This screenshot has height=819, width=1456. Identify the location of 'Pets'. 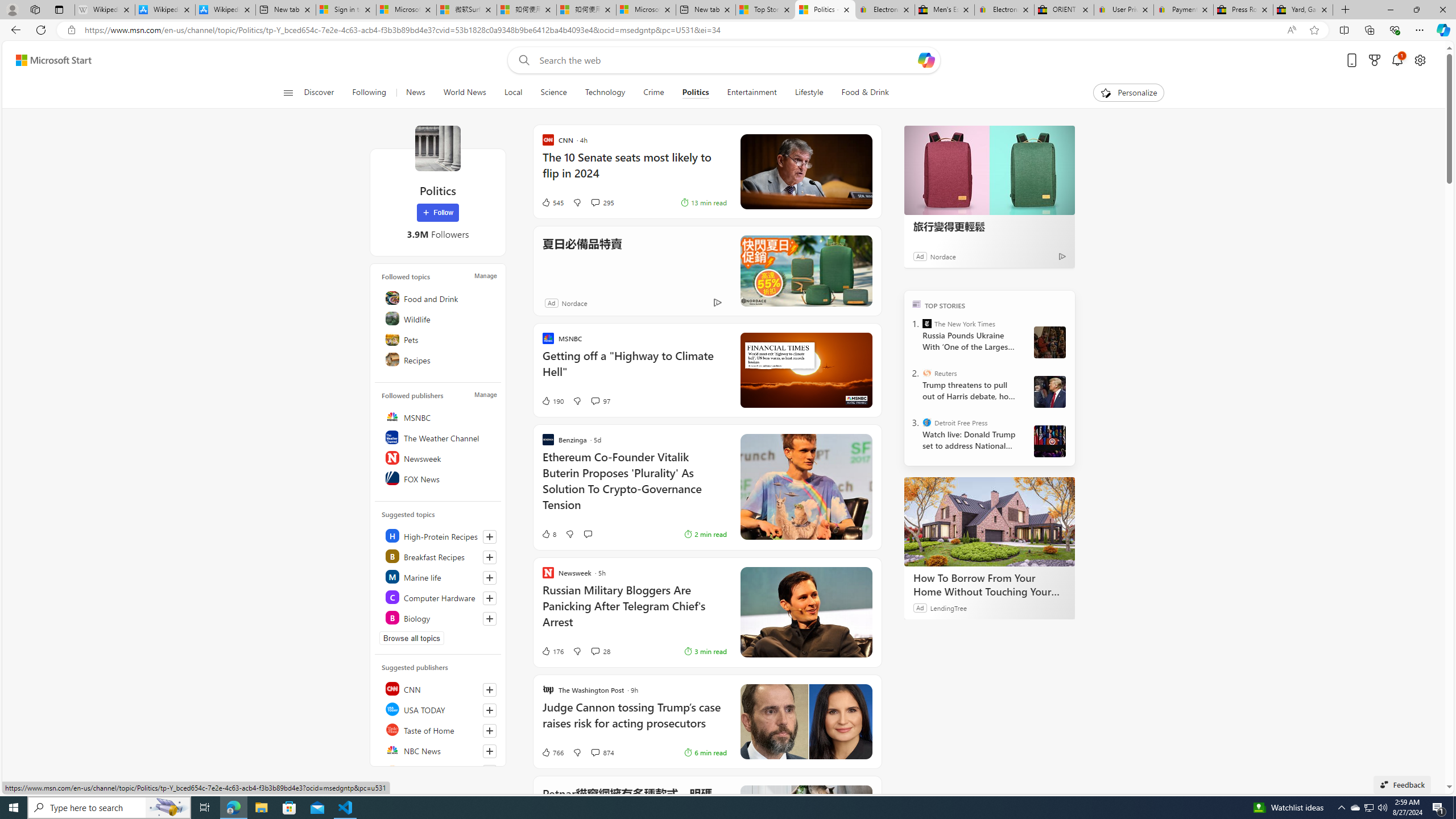
(440, 338).